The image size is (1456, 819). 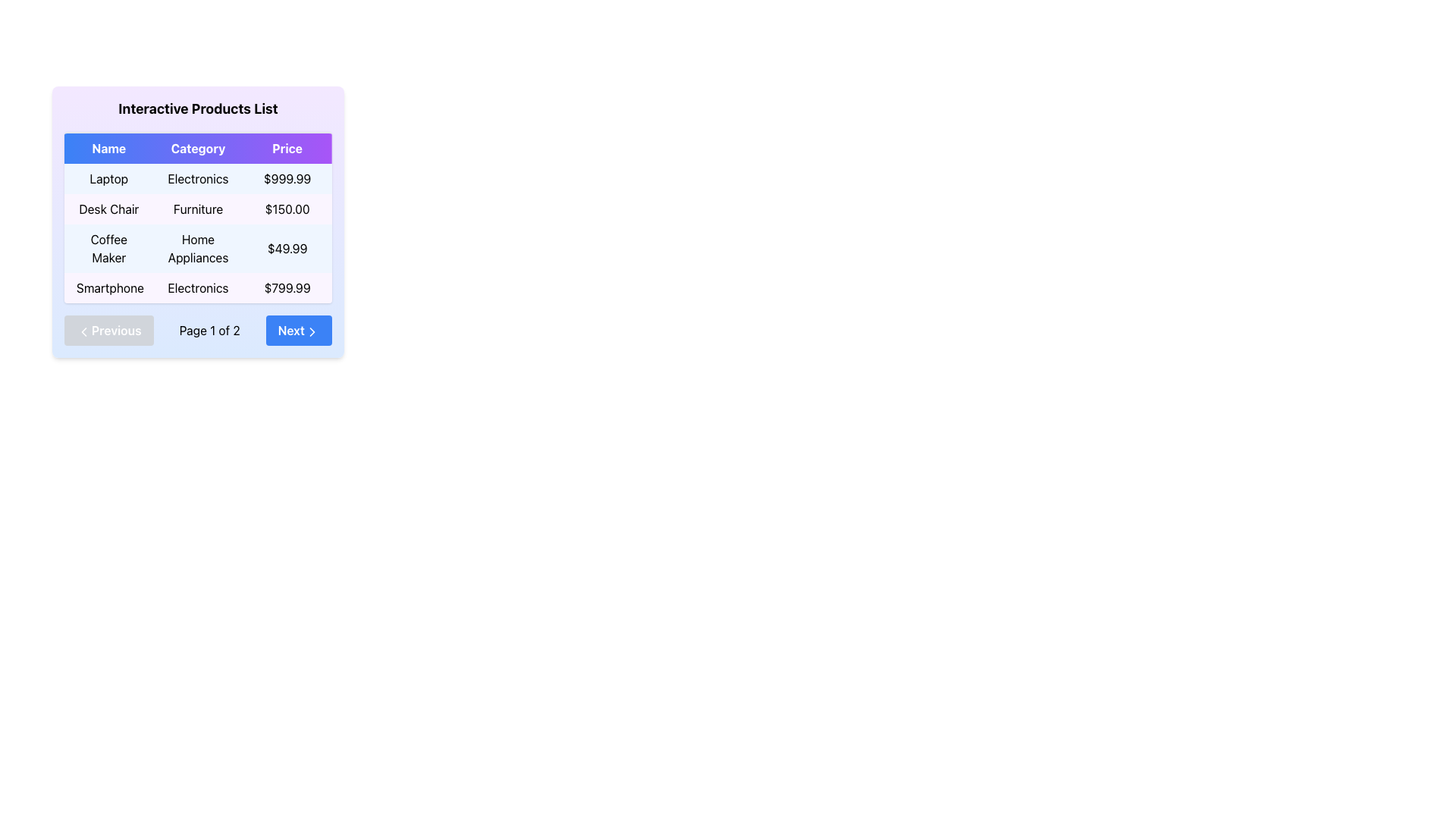 I want to click on the static text label that provides the name of a listed item in the second row under the 'Name' column of the table, so click(x=108, y=209).